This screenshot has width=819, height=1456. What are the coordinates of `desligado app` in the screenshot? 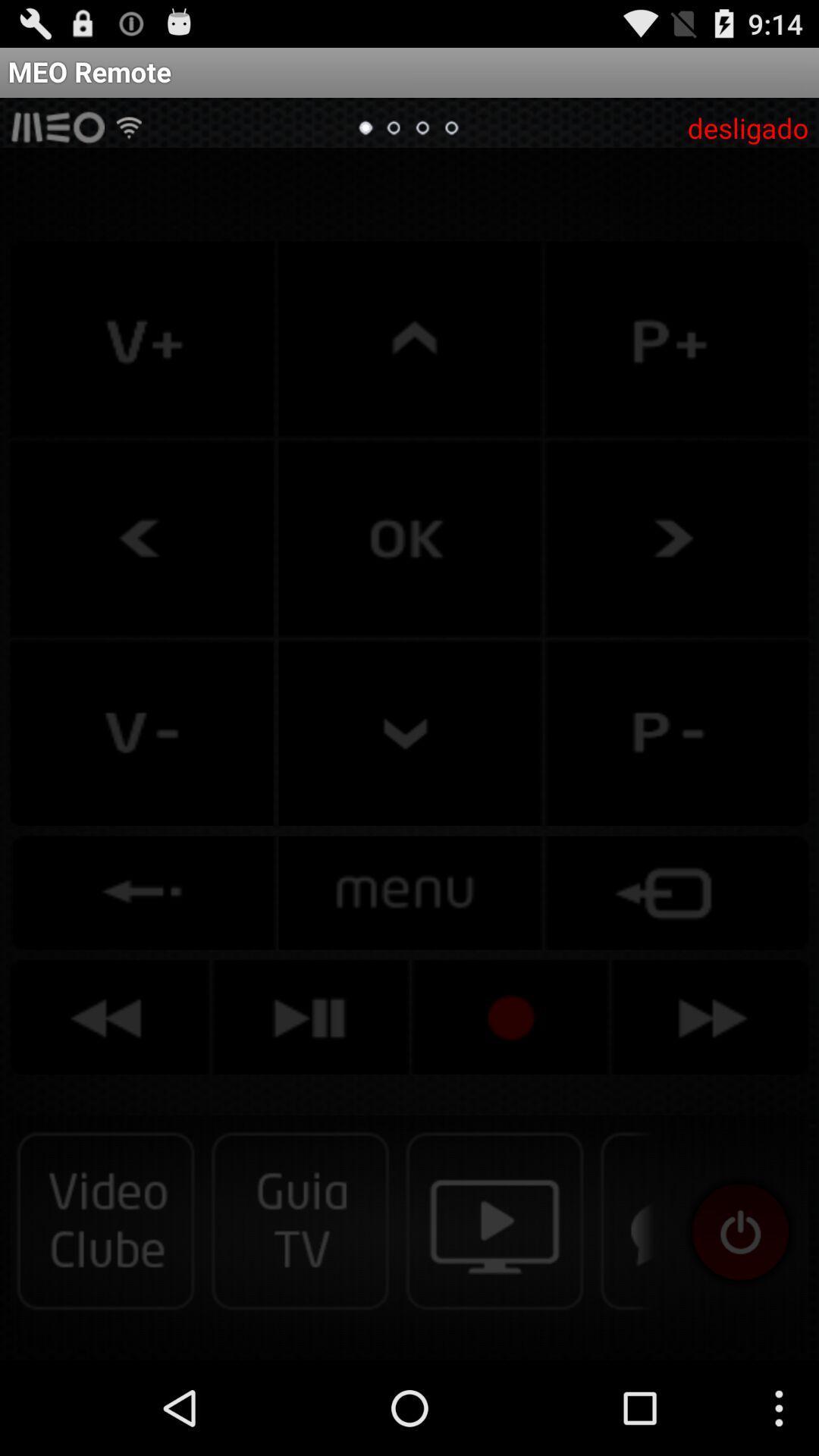 It's located at (747, 127).